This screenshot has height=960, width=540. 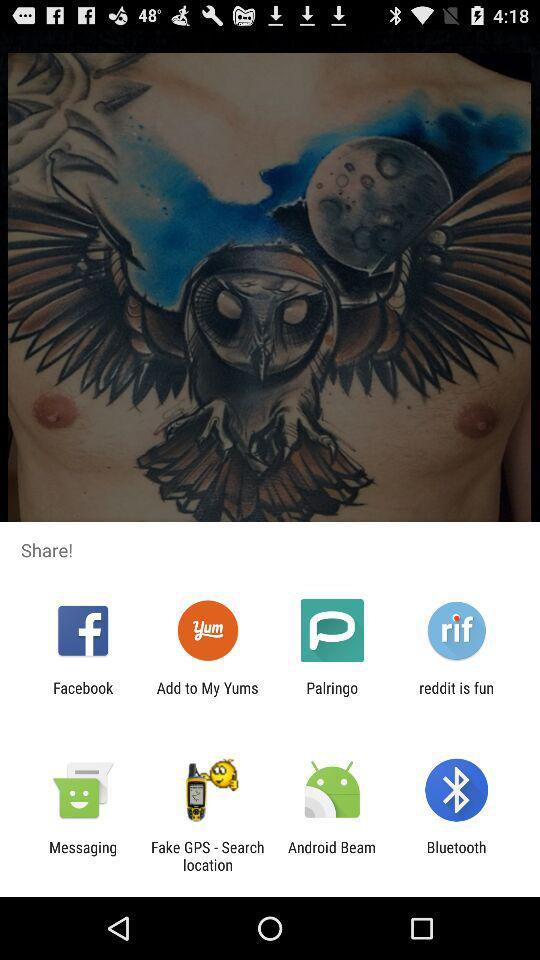 I want to click on item next to add to my app, so click(x=82, y=696).